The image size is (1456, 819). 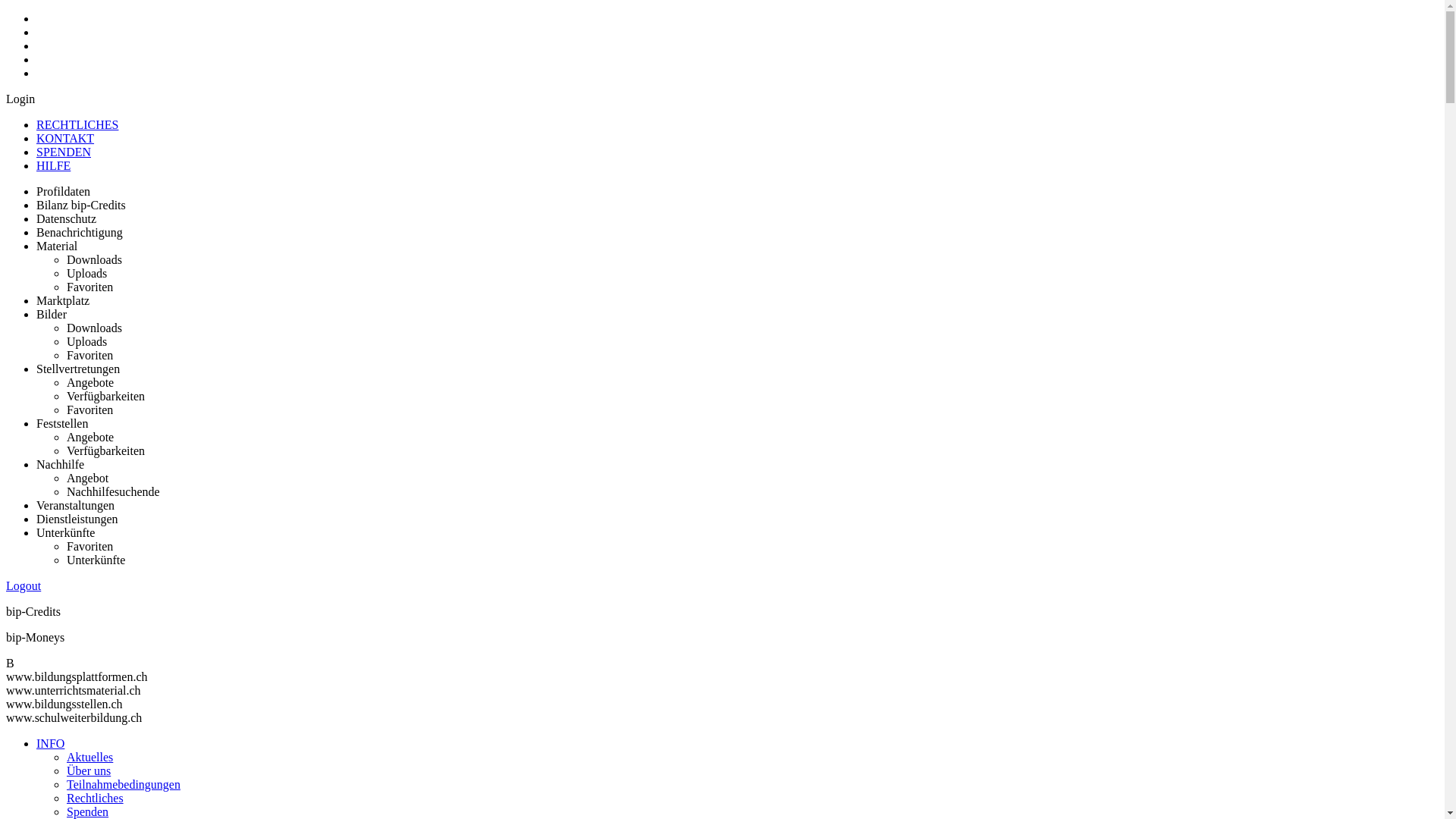 What do you see at coordinates (89, 437) in the screenshot?
I see `'Angebote'` at bounding box center [89, 437].